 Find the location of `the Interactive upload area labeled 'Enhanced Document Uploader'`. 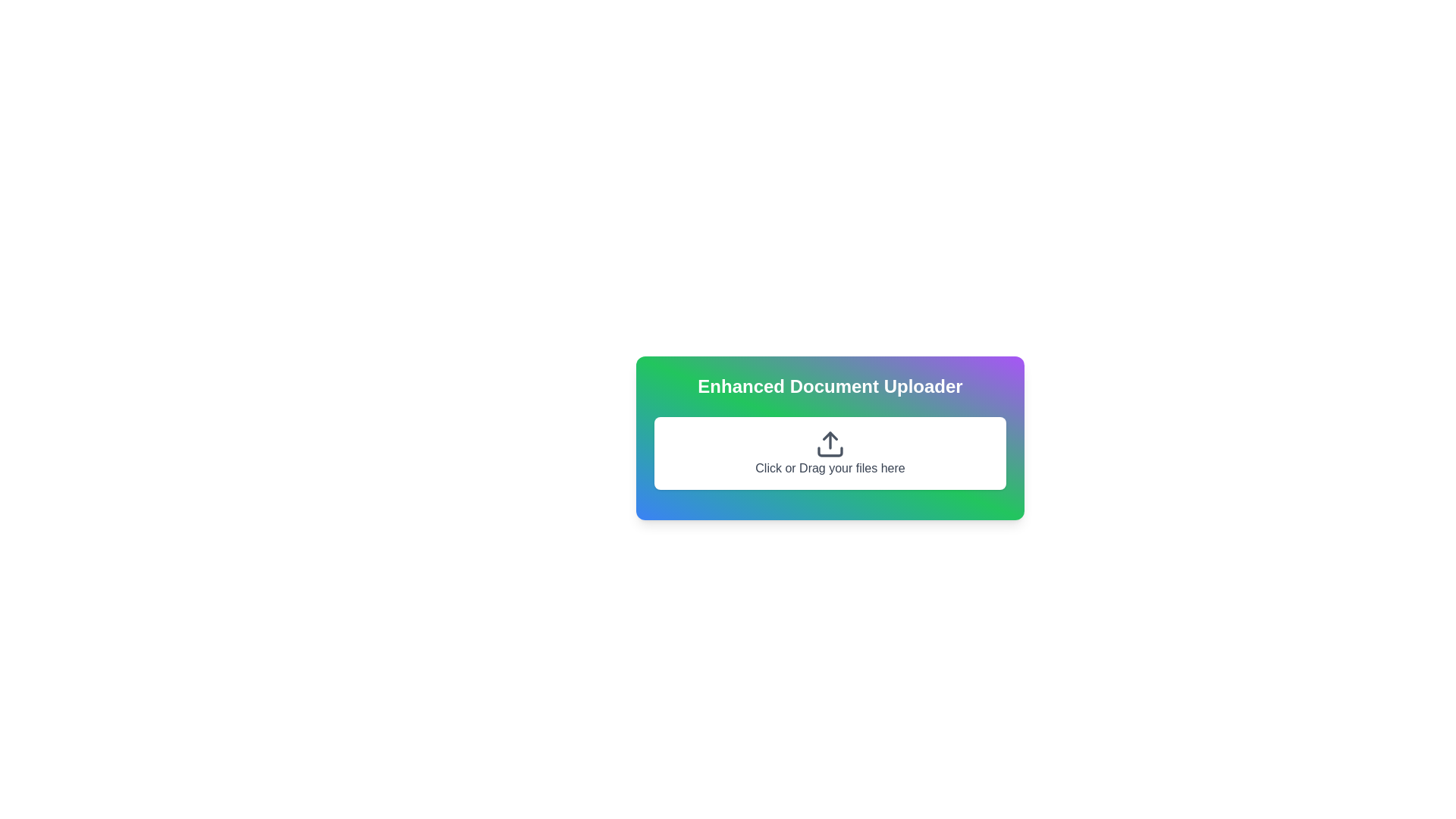

the Interactive upload area labeled 'Enhanced Document Uploader' is located at coordinates (829, 438).